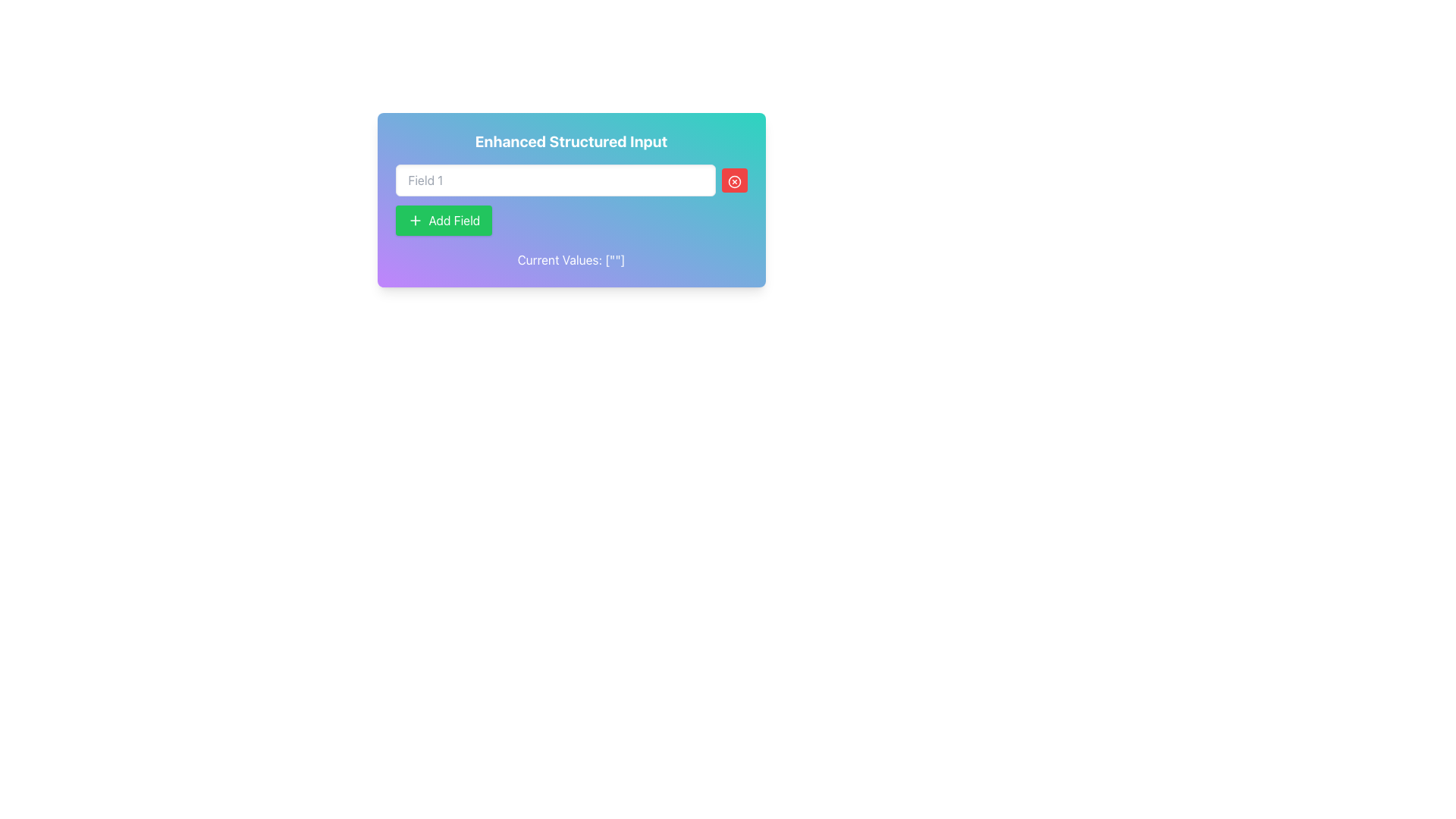  What do you see at coordinates (734, 180) in the screenshot?
I see `the circular border of the graphical icon located inside the red box, which is positioned to the right of a text input field, to interact with the surrounding context` at bounding box center [734, 180].